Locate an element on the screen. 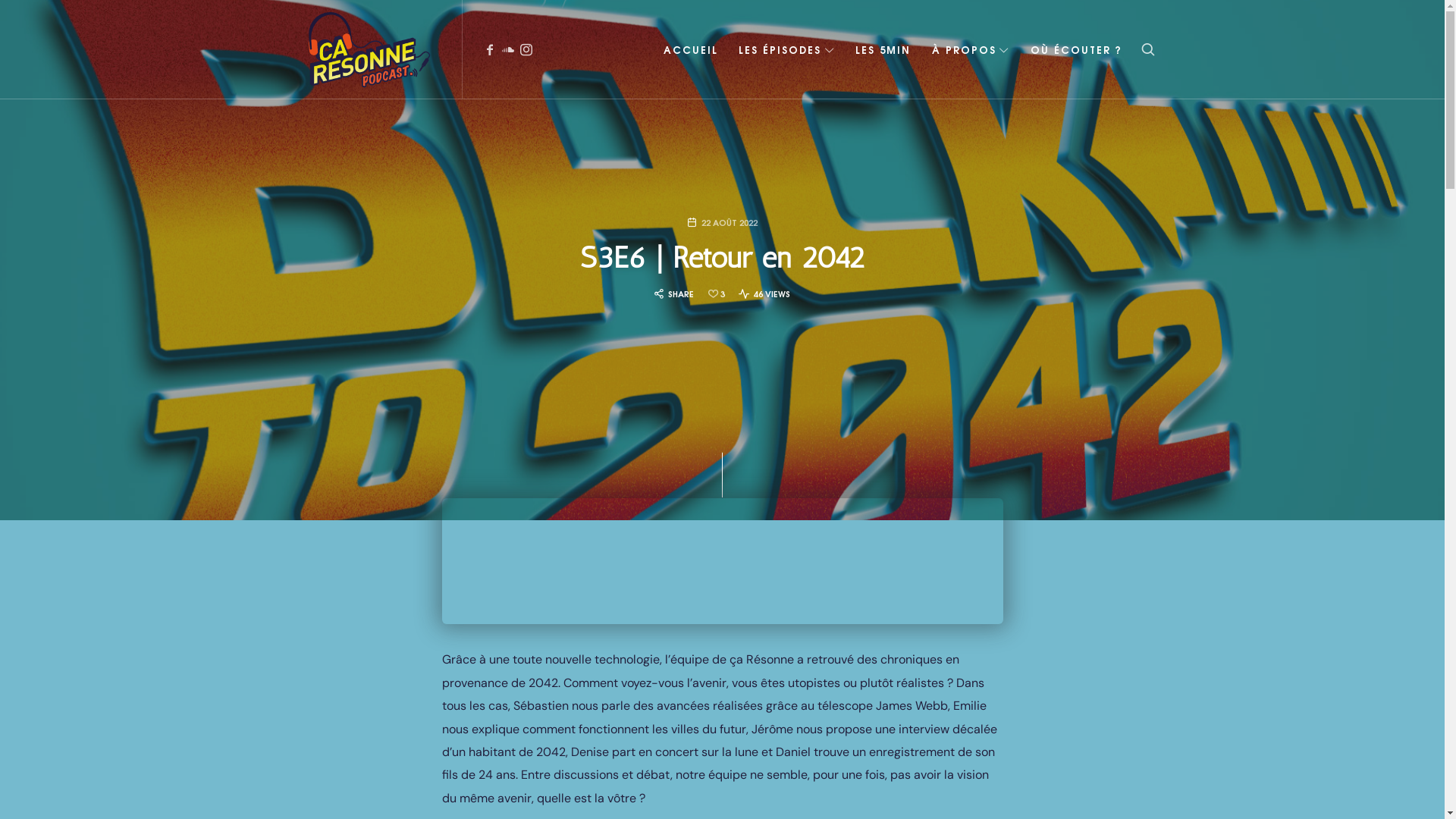  'ACCUEIL' is located at coordinates (658, 49).